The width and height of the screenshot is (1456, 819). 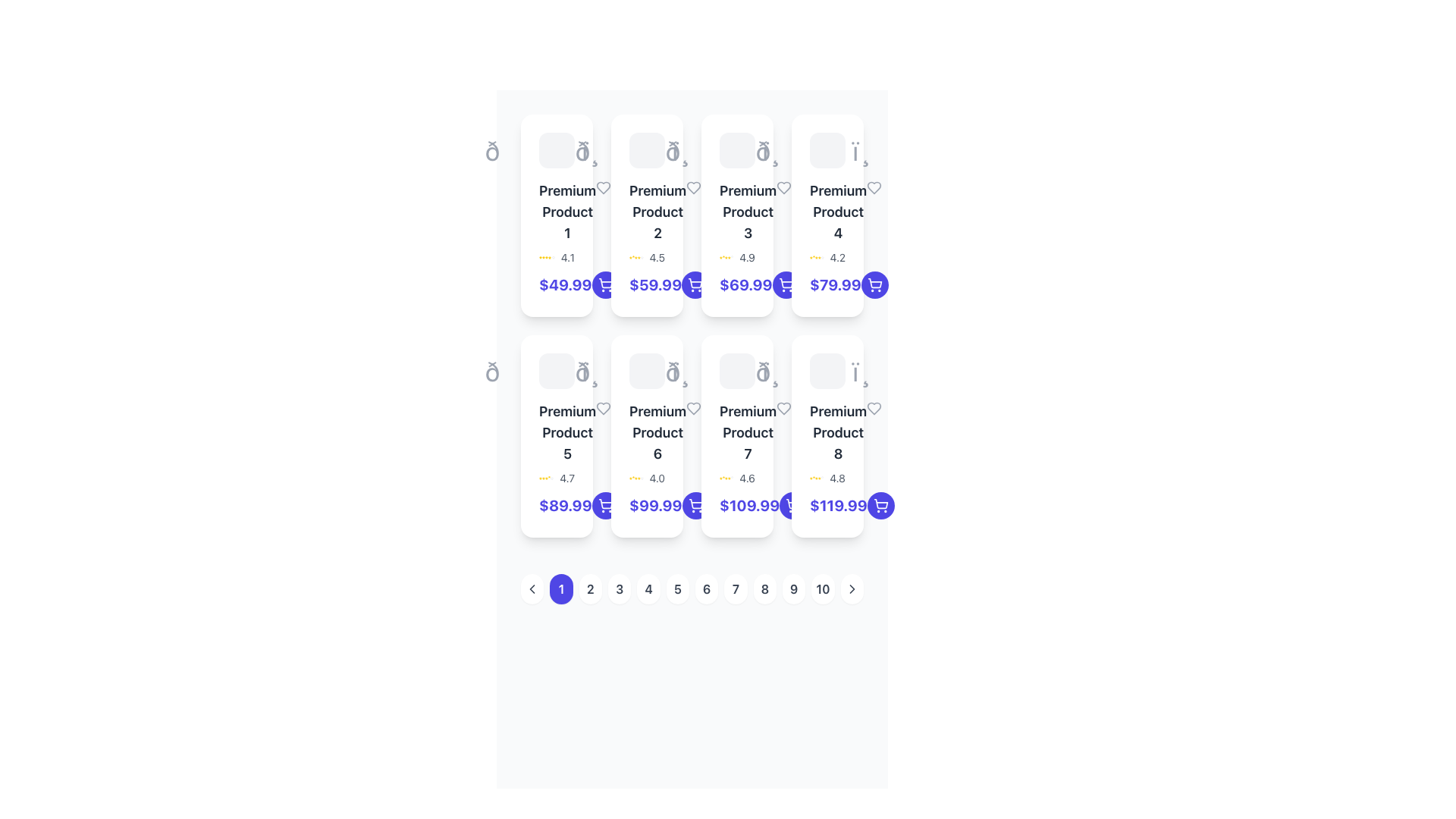 What do you see at coordinates (726, 256) in the screenshot?
I see `the fourth star icon in the rating system that indicates a favorite state, positioned next to the numerical value '4.9'` at bounding box center [726, 256].